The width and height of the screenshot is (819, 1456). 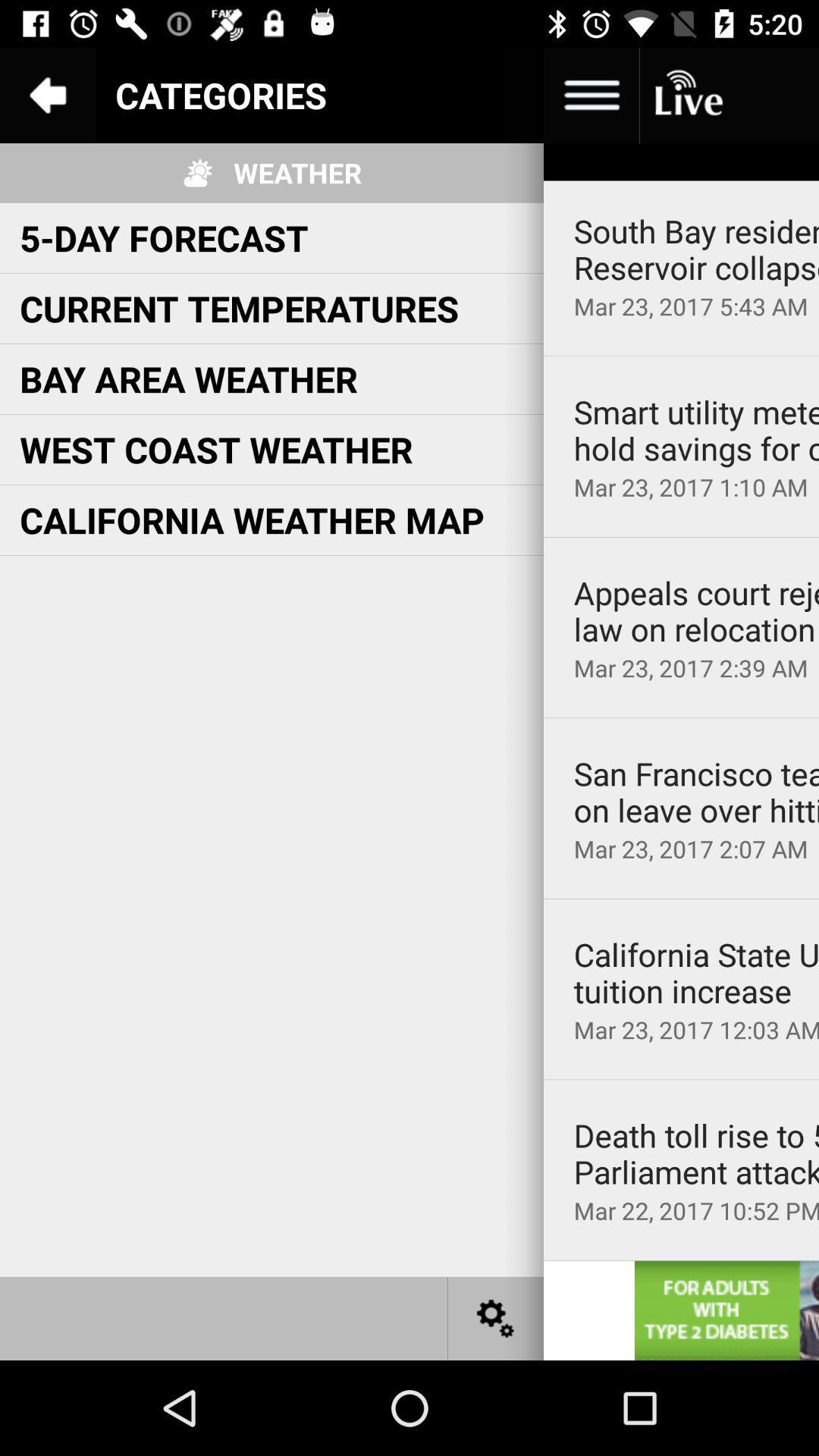 I want to click on the arrow_backward icon, so click(x=46, y=94).